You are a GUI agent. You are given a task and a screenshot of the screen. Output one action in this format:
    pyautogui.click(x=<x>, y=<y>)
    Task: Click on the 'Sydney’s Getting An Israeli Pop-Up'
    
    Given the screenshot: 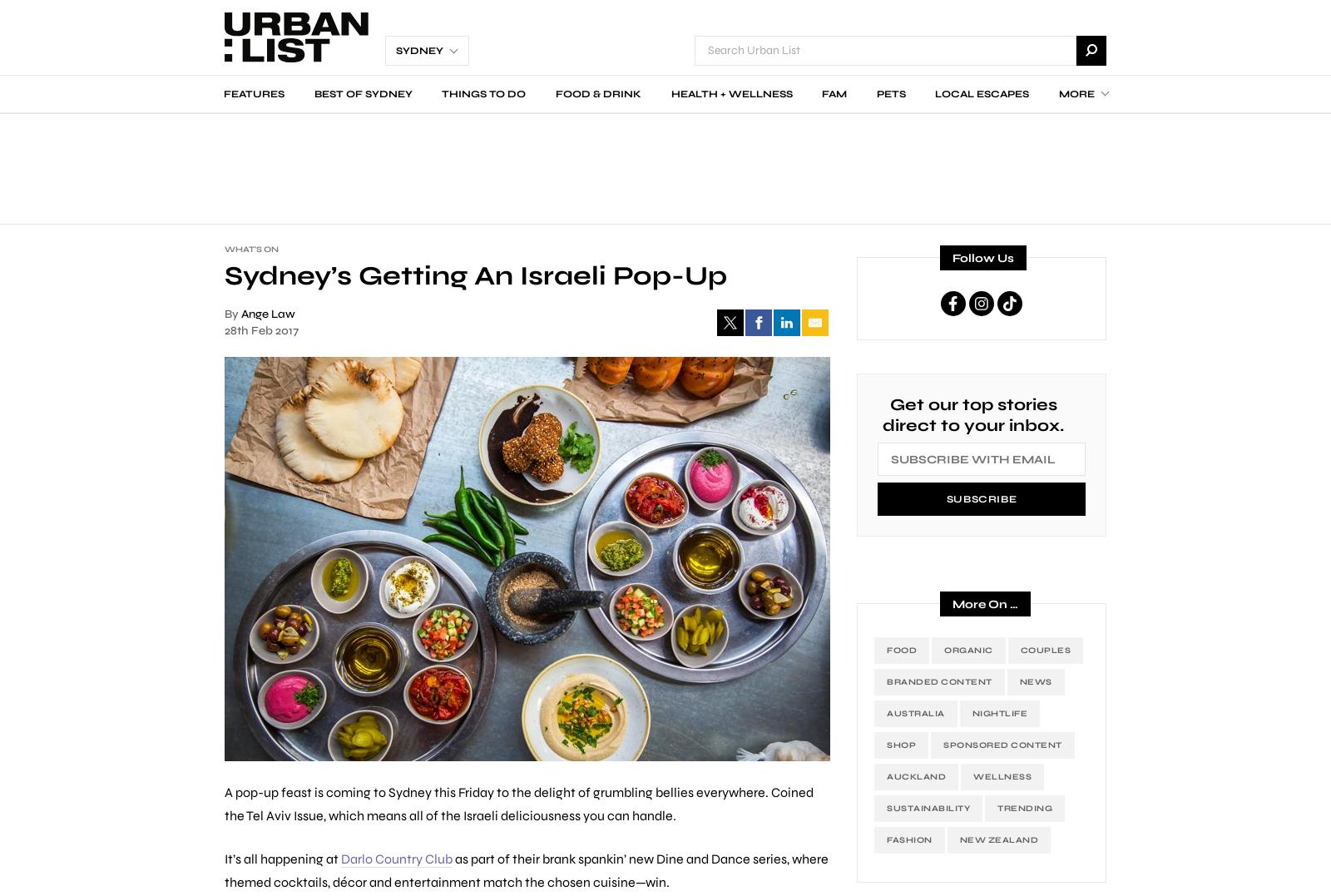 What is the action you would take?
    pyautogui.click(x=475, y=275)
    